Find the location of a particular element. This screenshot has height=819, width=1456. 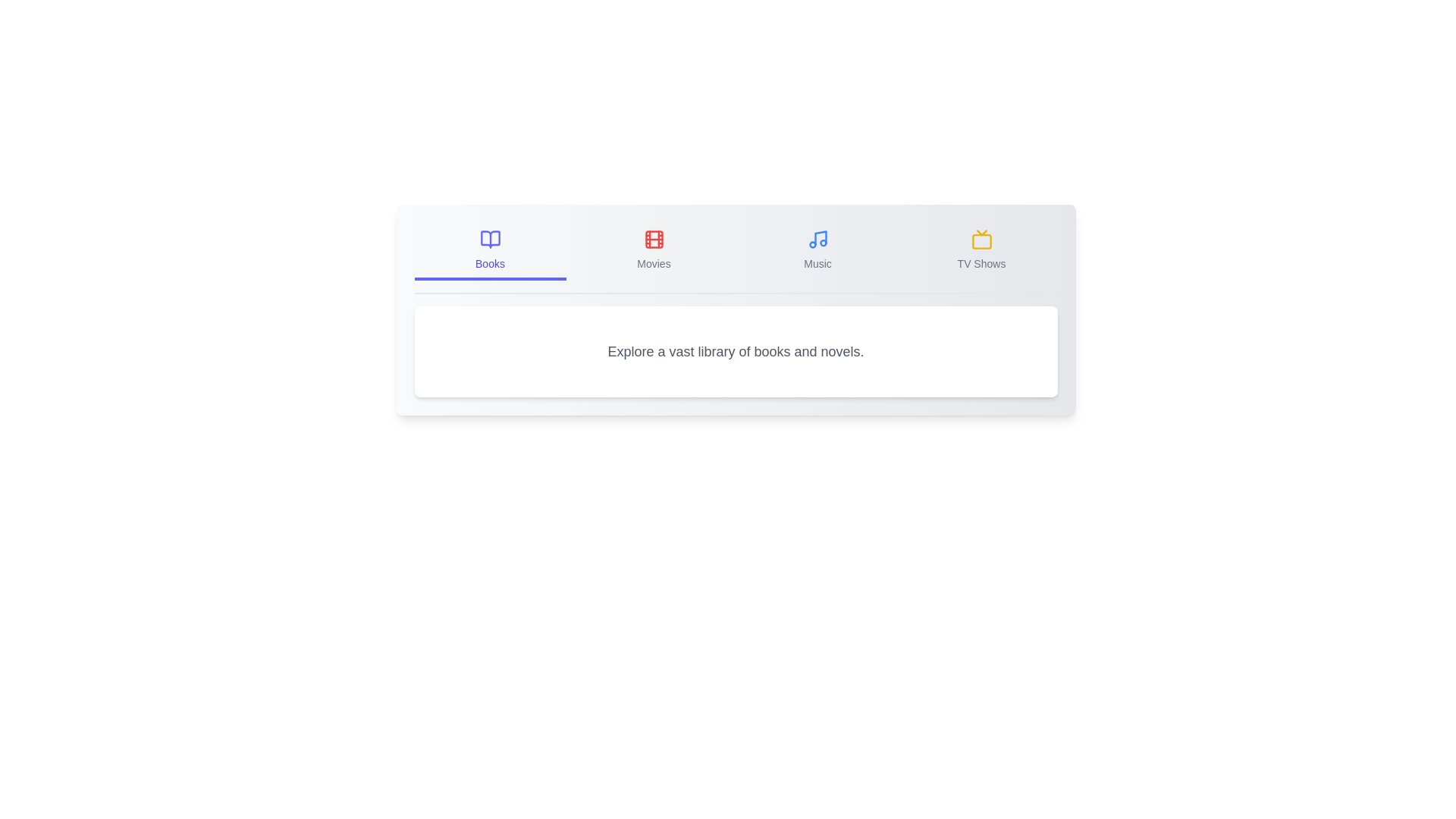

the tab corresponding to Movies to view its content is located at coordinates (654, 250).